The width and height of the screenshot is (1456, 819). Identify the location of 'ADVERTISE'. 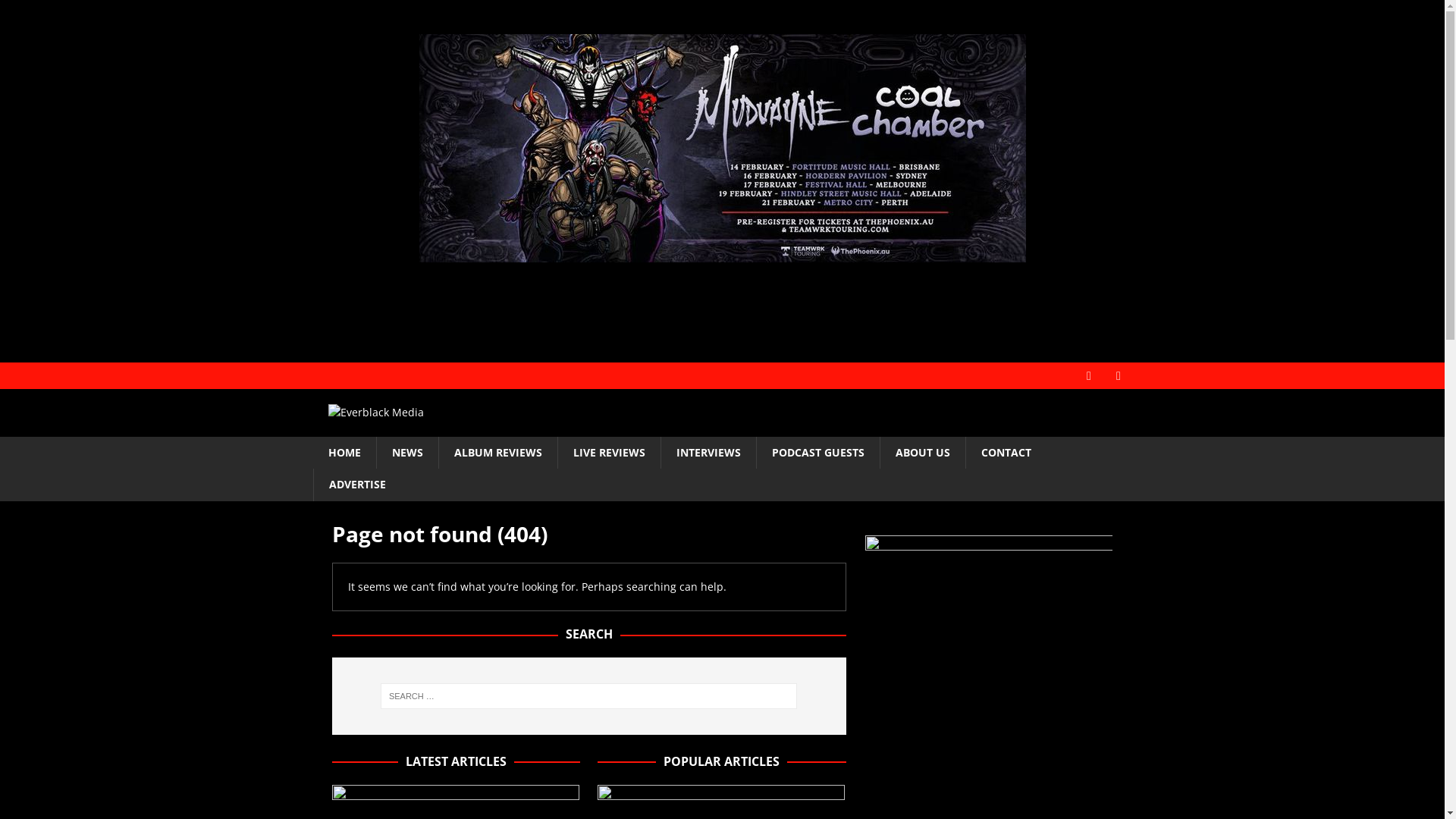
(312, 485).